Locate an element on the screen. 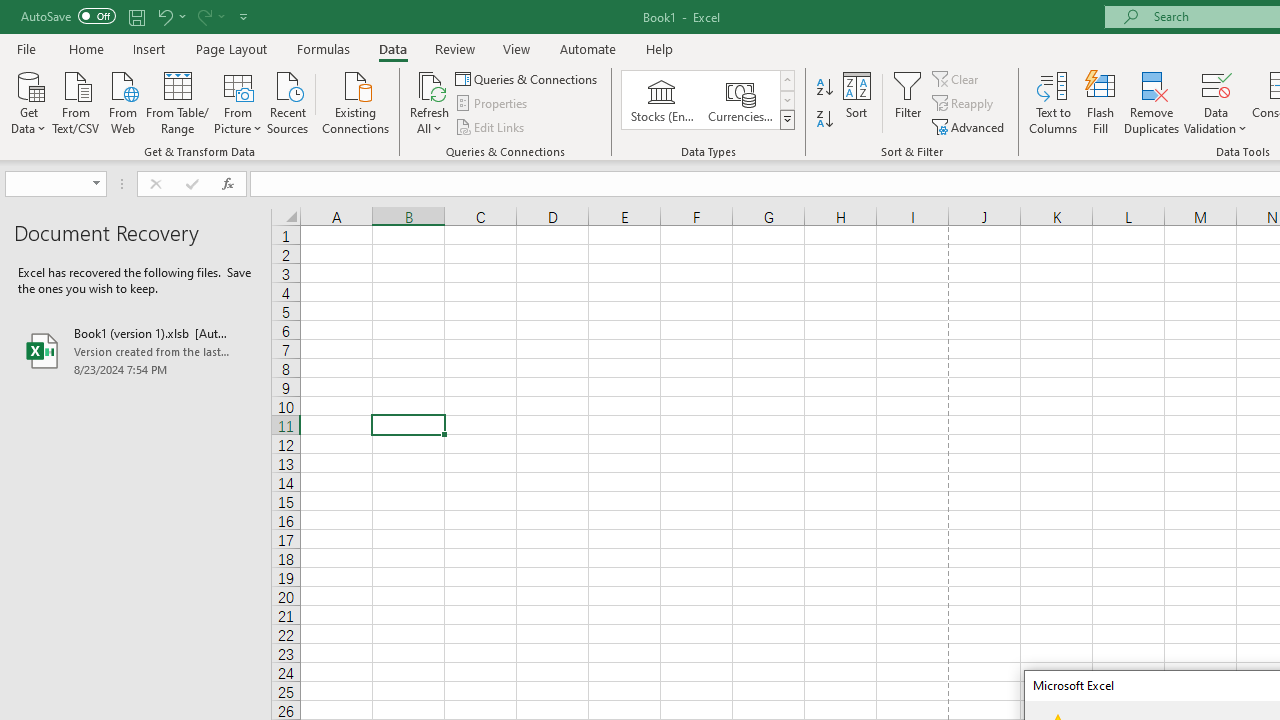 The image size is (1280, 720). 'Home' is located at coordinates (85, 48).